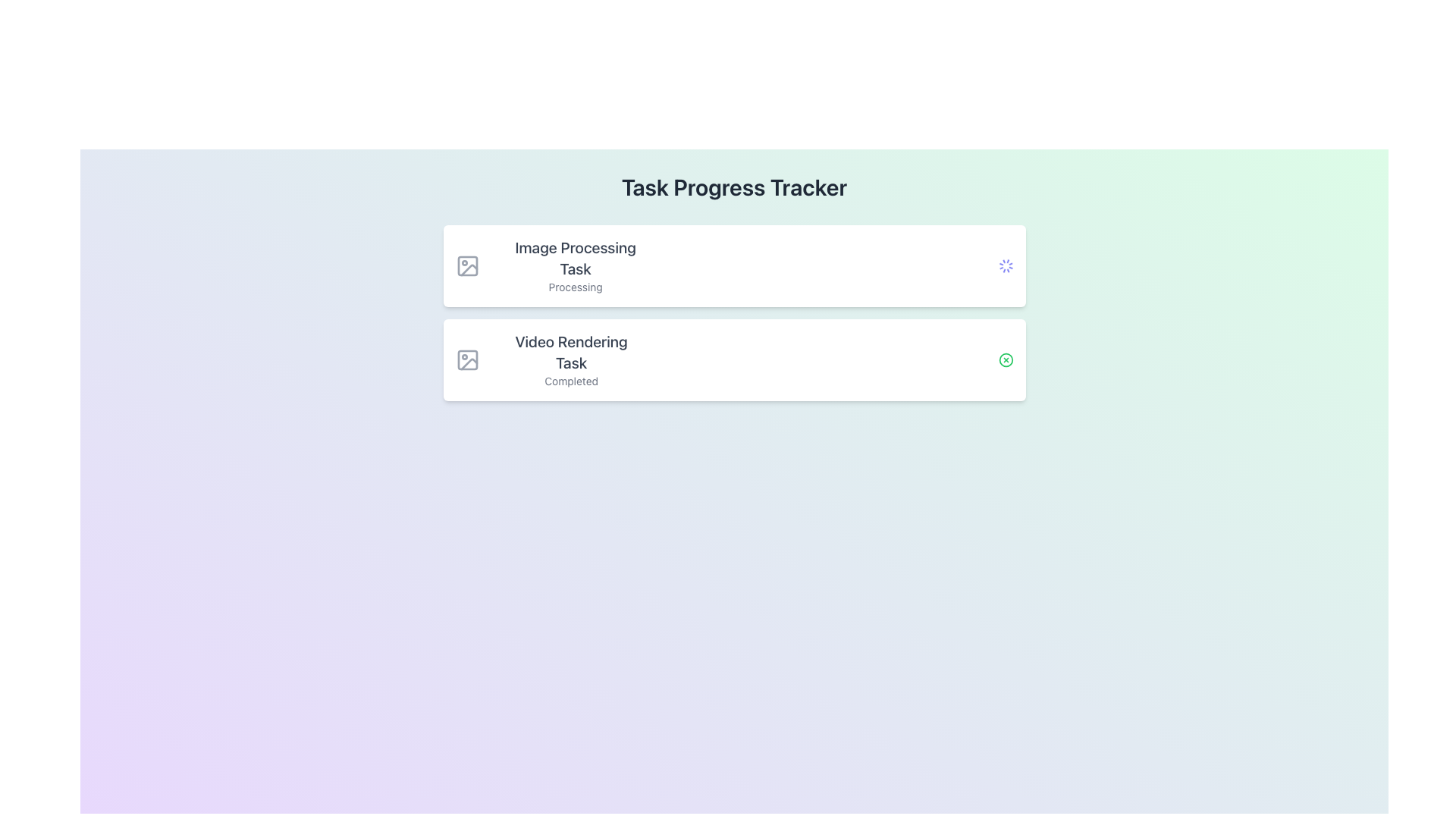 This screenshot has height=819, width=1456. Describe the element at coordinates (570, 380) in the screenshot. I see `the 'Completed' text label in gray color, which is located in the lower portion of the 'Video Rendering Task' card` at that location.